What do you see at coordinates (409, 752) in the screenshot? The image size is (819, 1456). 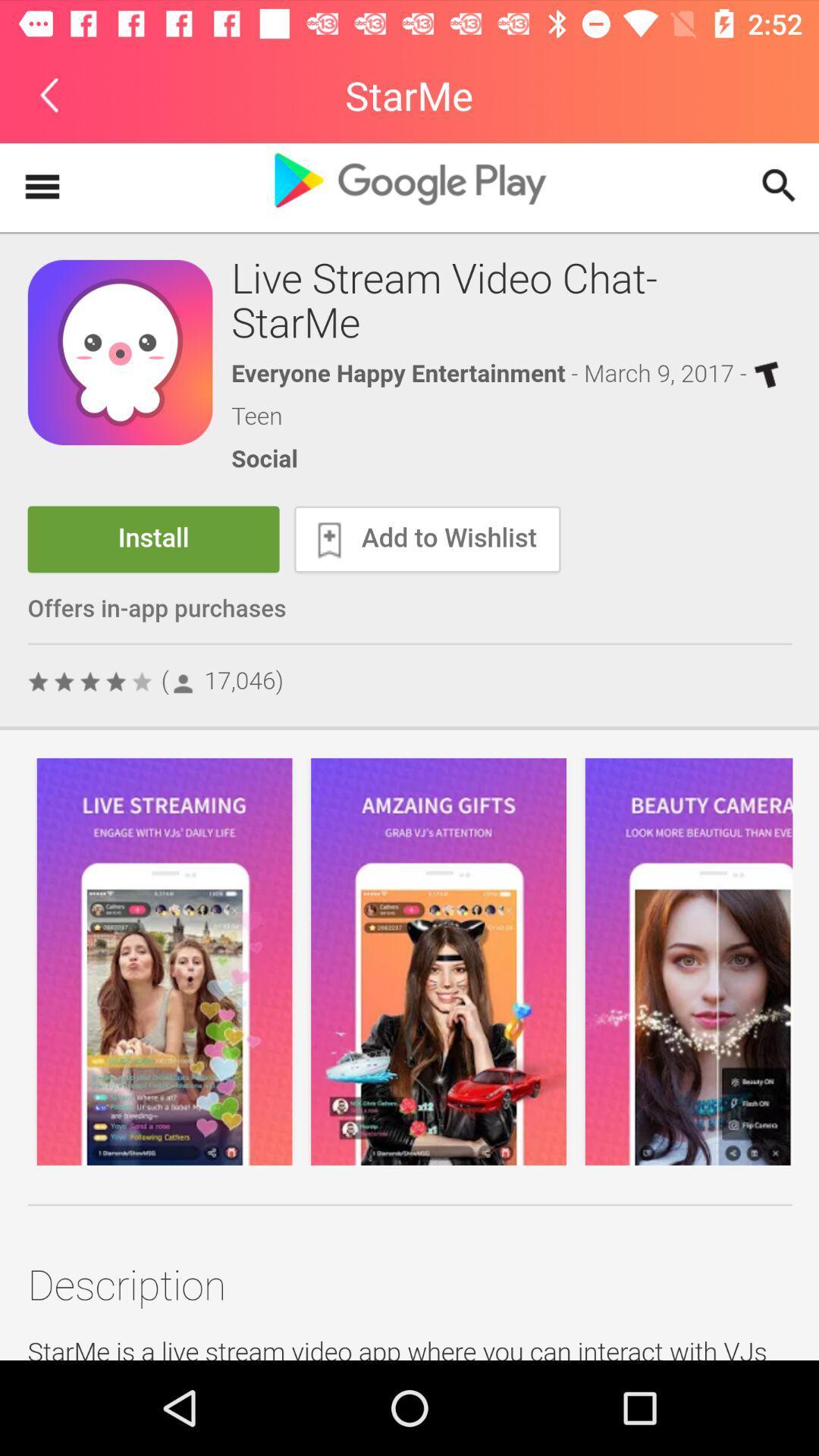 I see `scroll through text` at bounding box center [409, 752].